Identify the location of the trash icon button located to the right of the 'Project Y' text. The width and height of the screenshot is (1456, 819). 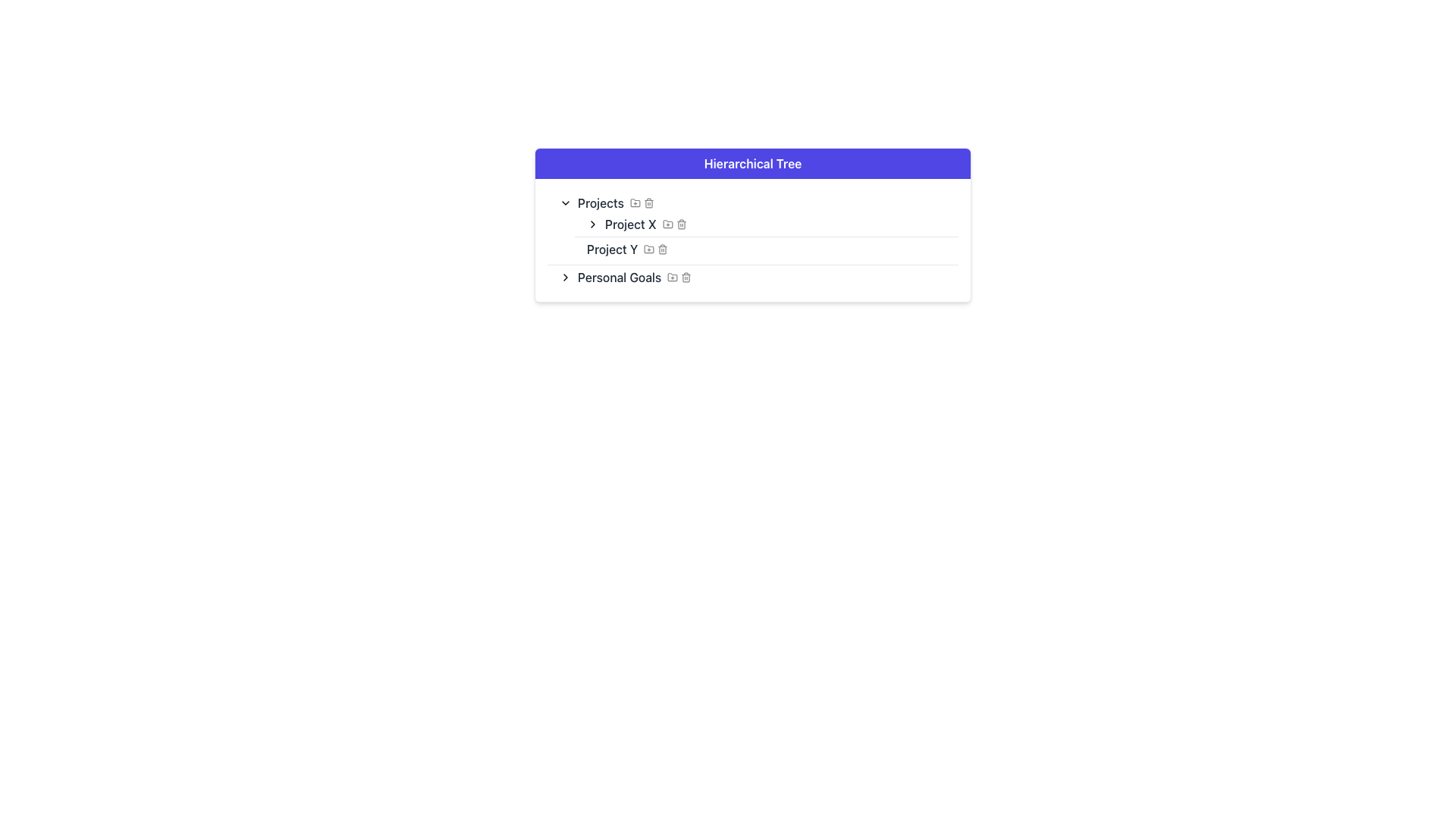
(663, 248).